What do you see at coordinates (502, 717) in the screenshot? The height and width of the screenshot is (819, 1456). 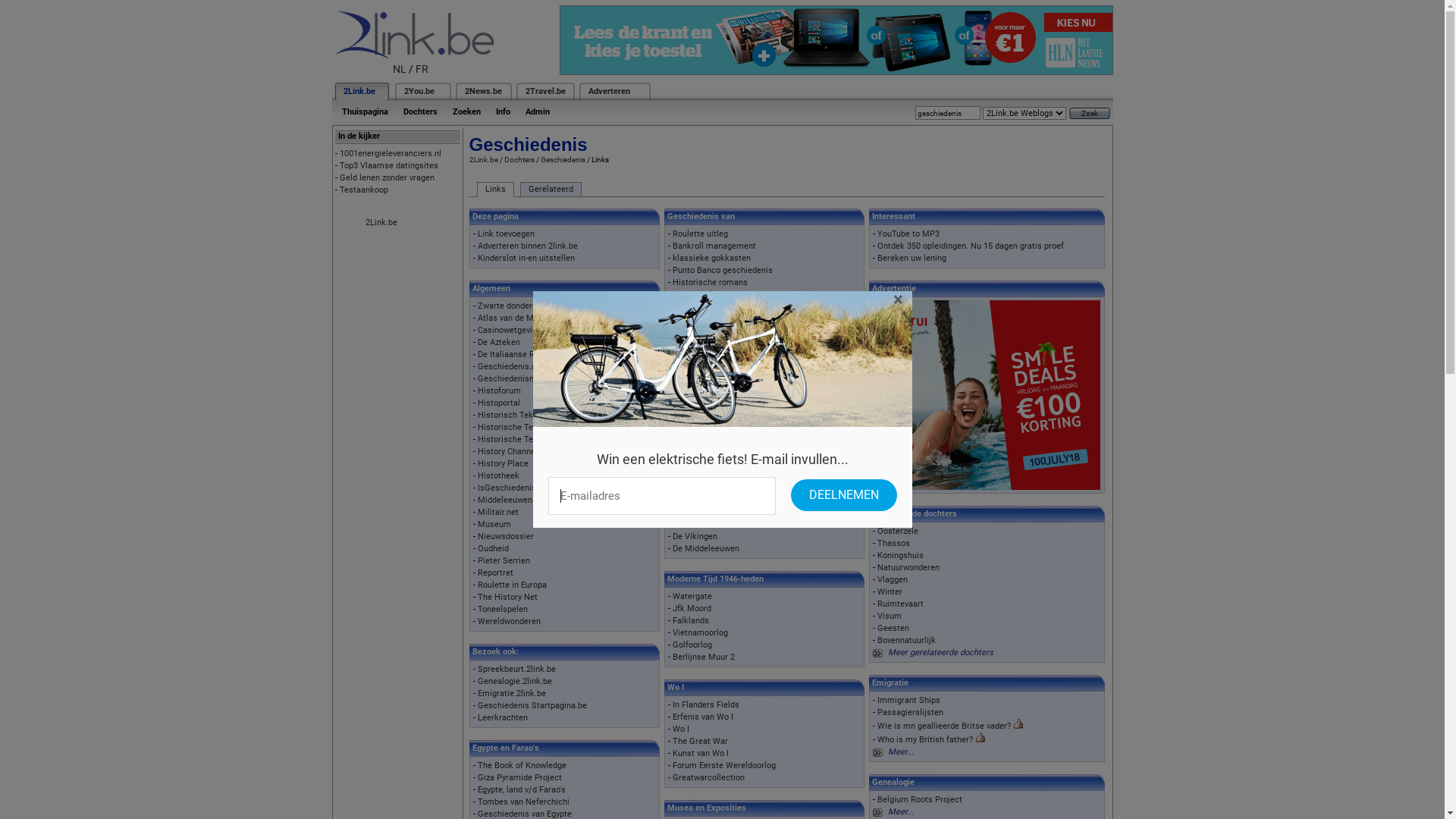 I see `'Leerkrachten'` at bounding box center [502, 717].